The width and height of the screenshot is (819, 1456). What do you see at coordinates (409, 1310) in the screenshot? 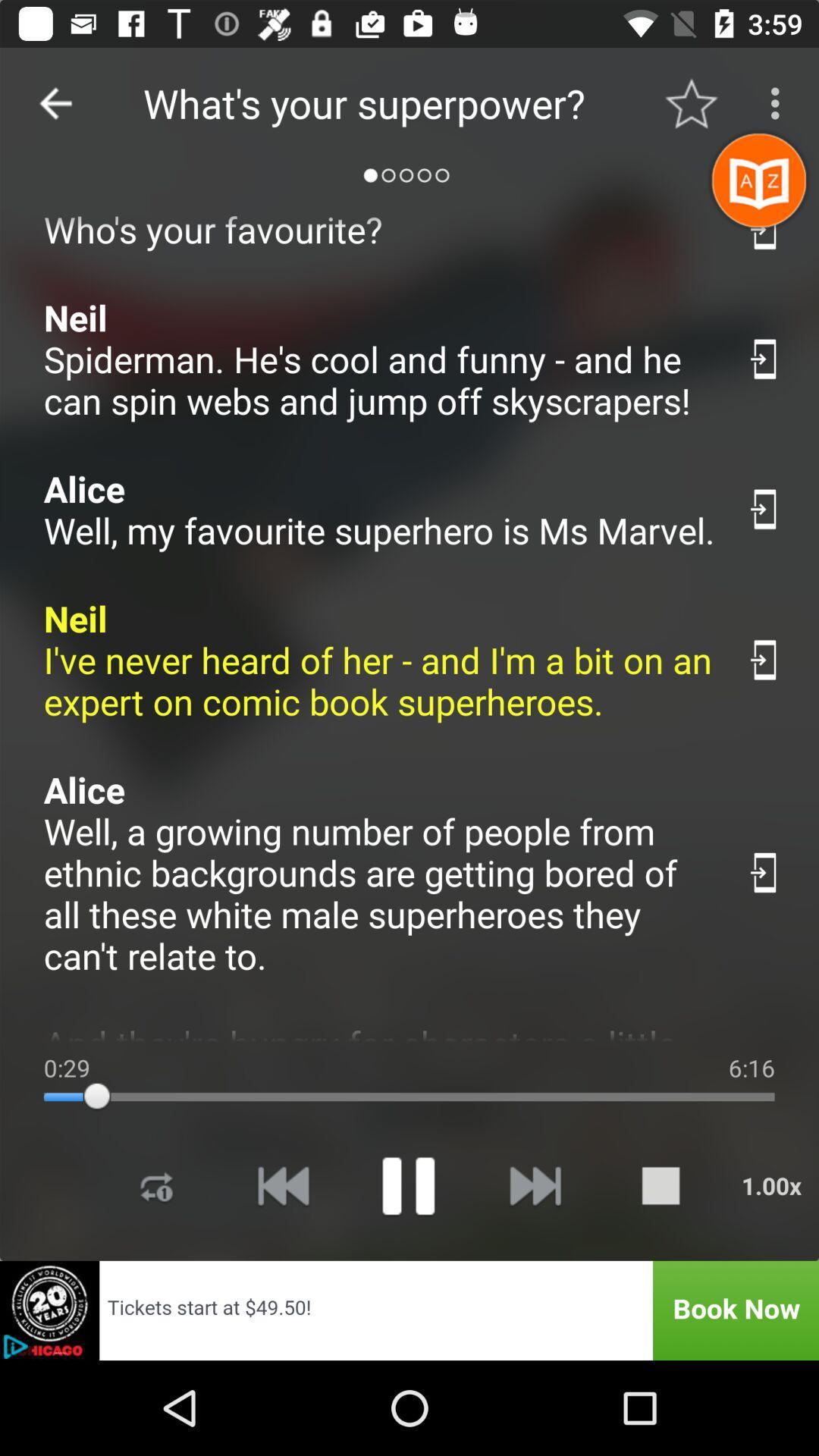
I see `open the book tickets tab` at bounding box center [409, 1310].